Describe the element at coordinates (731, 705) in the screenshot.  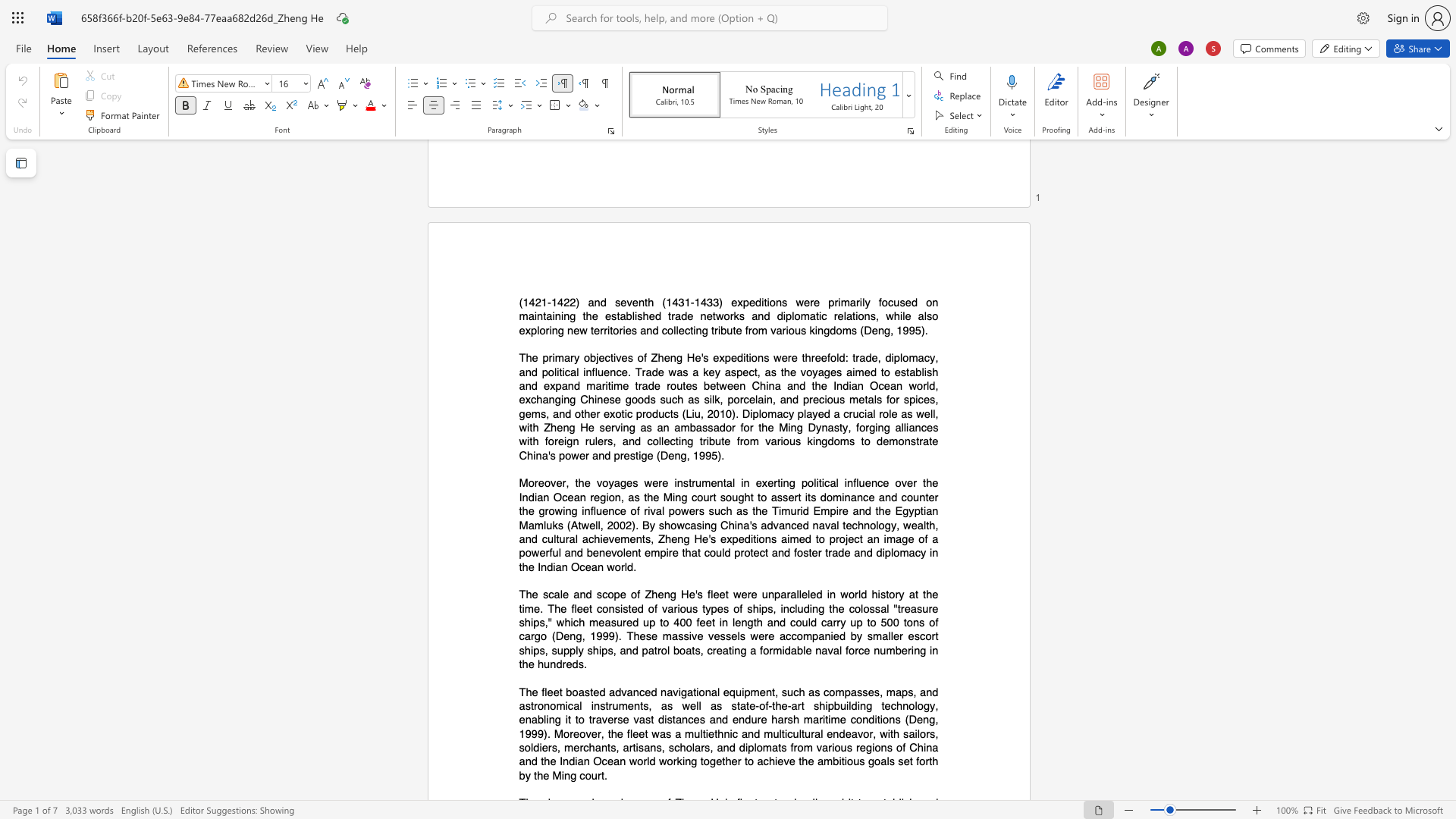
I see `the subset text "state-of-the" within the text "state-of-the-art"` at that location.